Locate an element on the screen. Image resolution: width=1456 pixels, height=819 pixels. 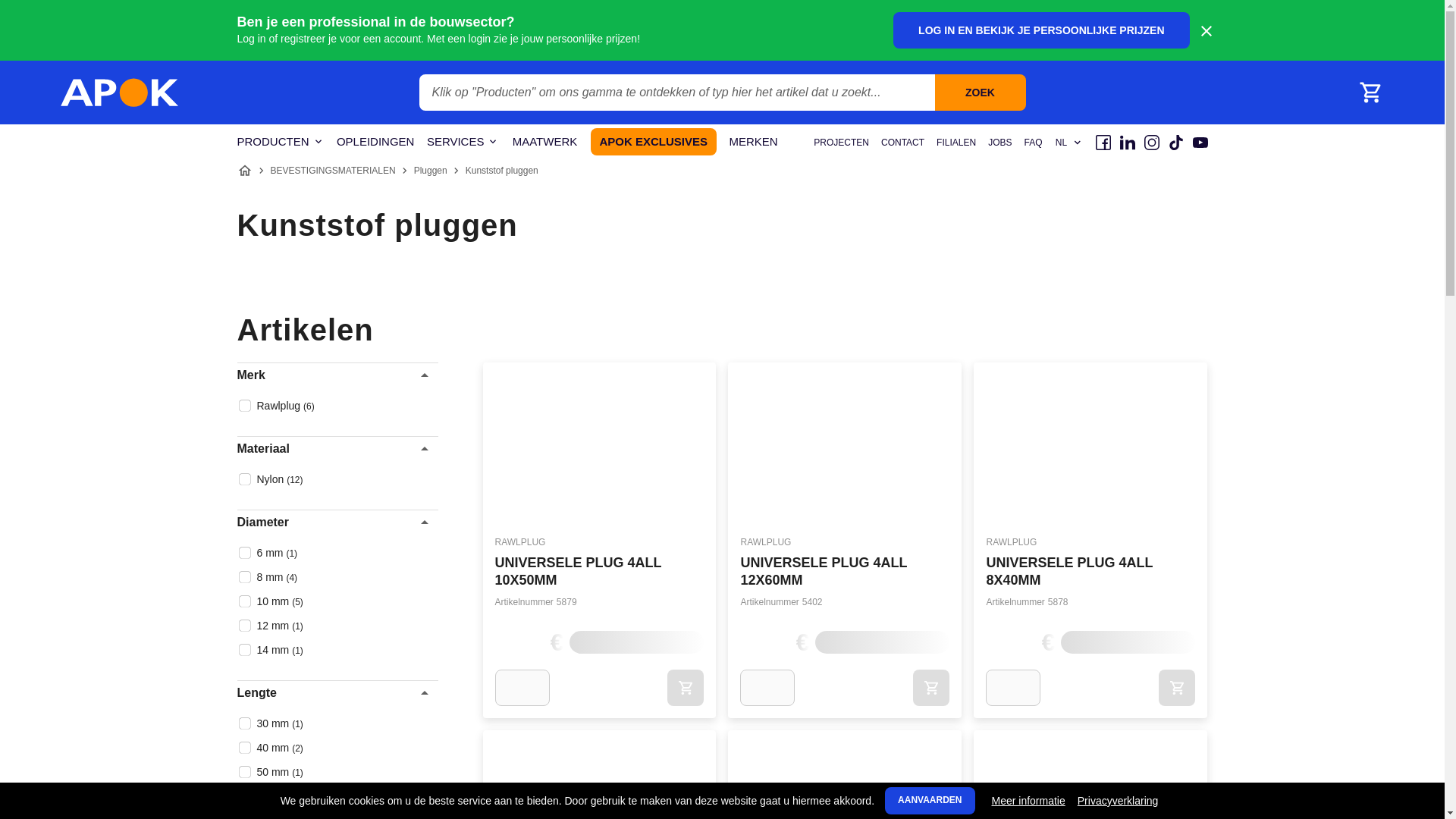
'LinkedIn' is located at coordinates (1119, 143).